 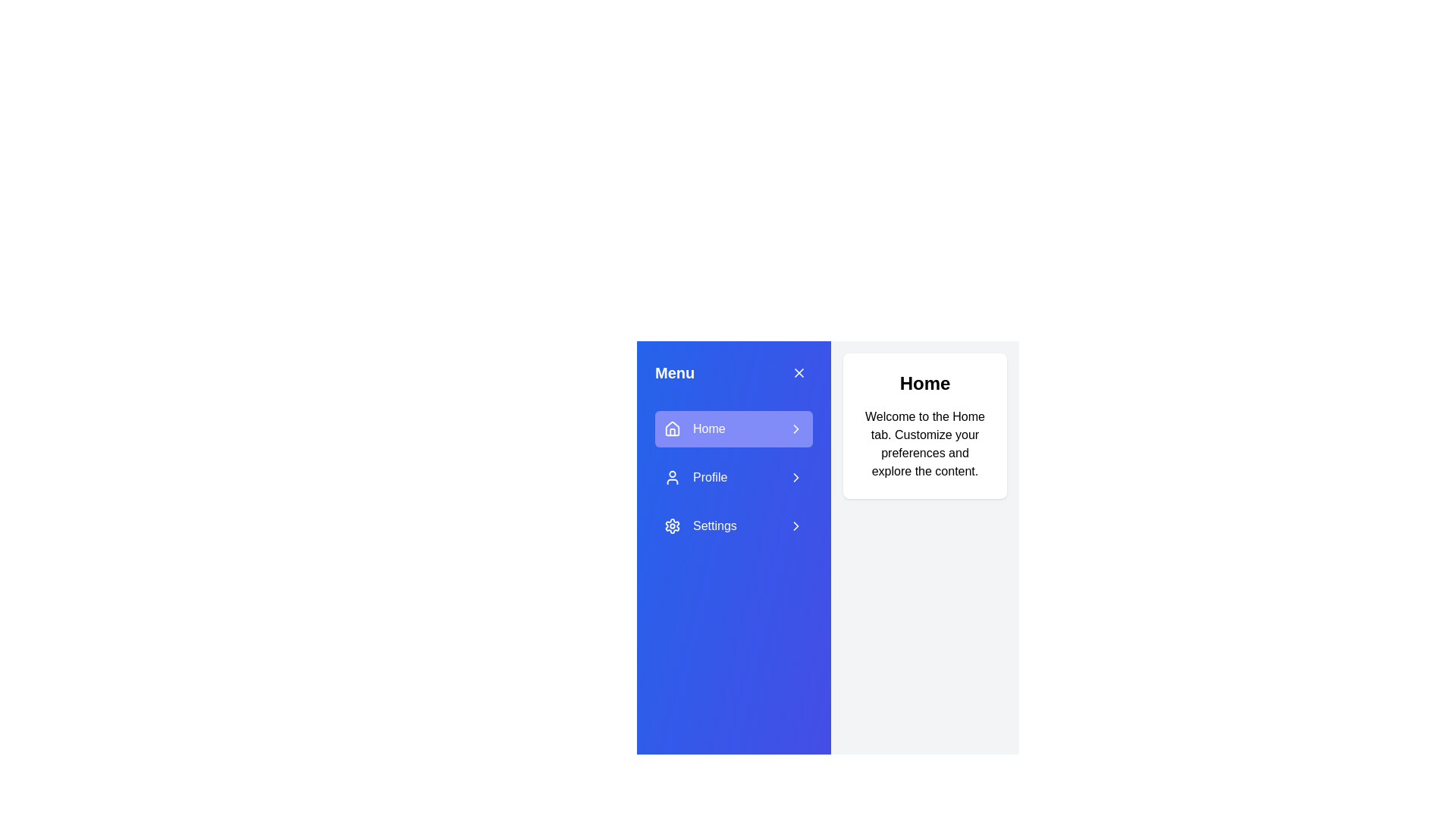 I want to click on the 'Home' text label element, which is part of a button-like structure in the navigation menu, to initiate navigation, so click(x=708, y=429).